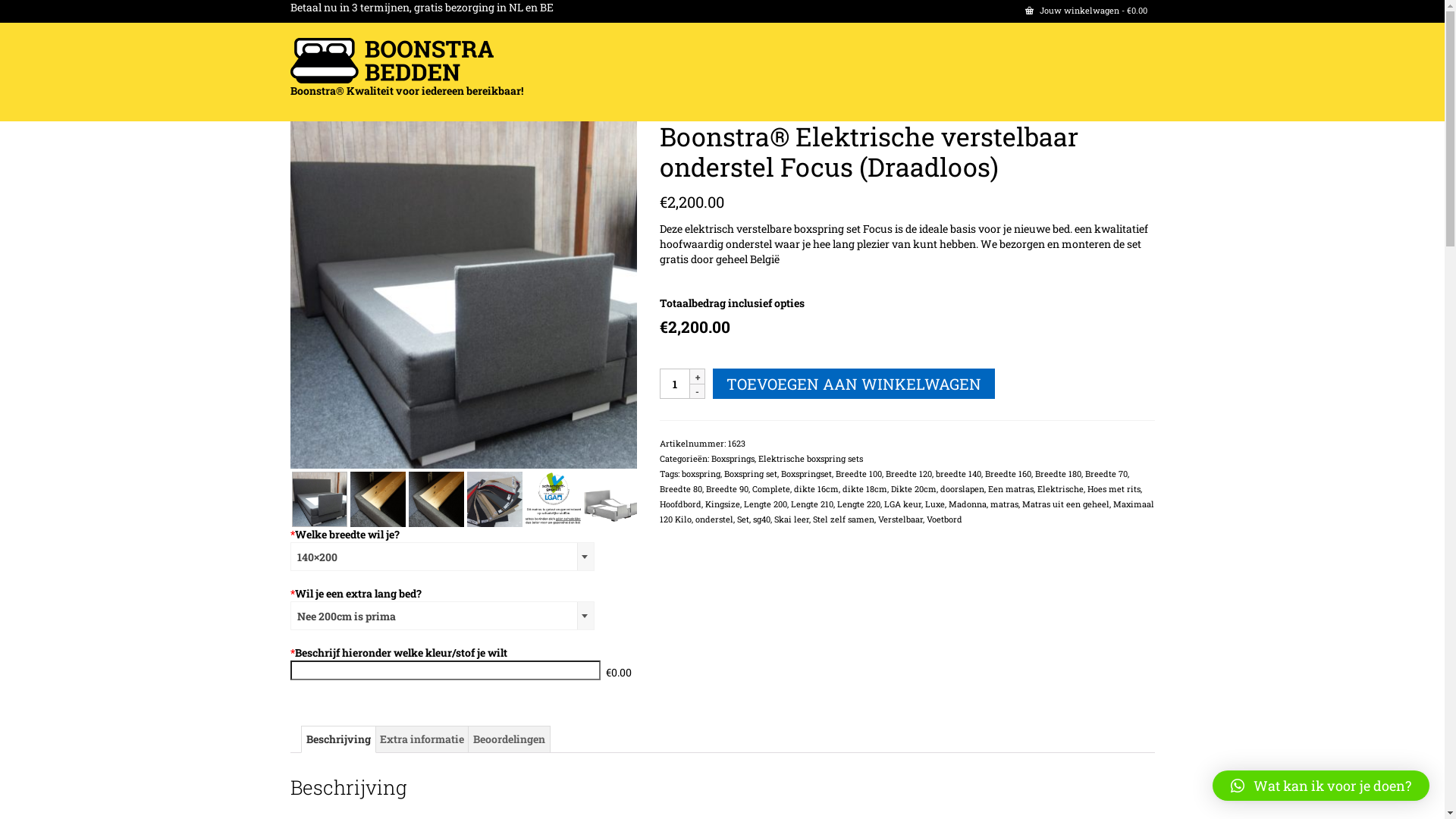 The height and width of the screenshot is (819, 1456). Describe the element at coordinates (811, 518) in the screenshot. I see `'Stel zelf samen'` at that location.